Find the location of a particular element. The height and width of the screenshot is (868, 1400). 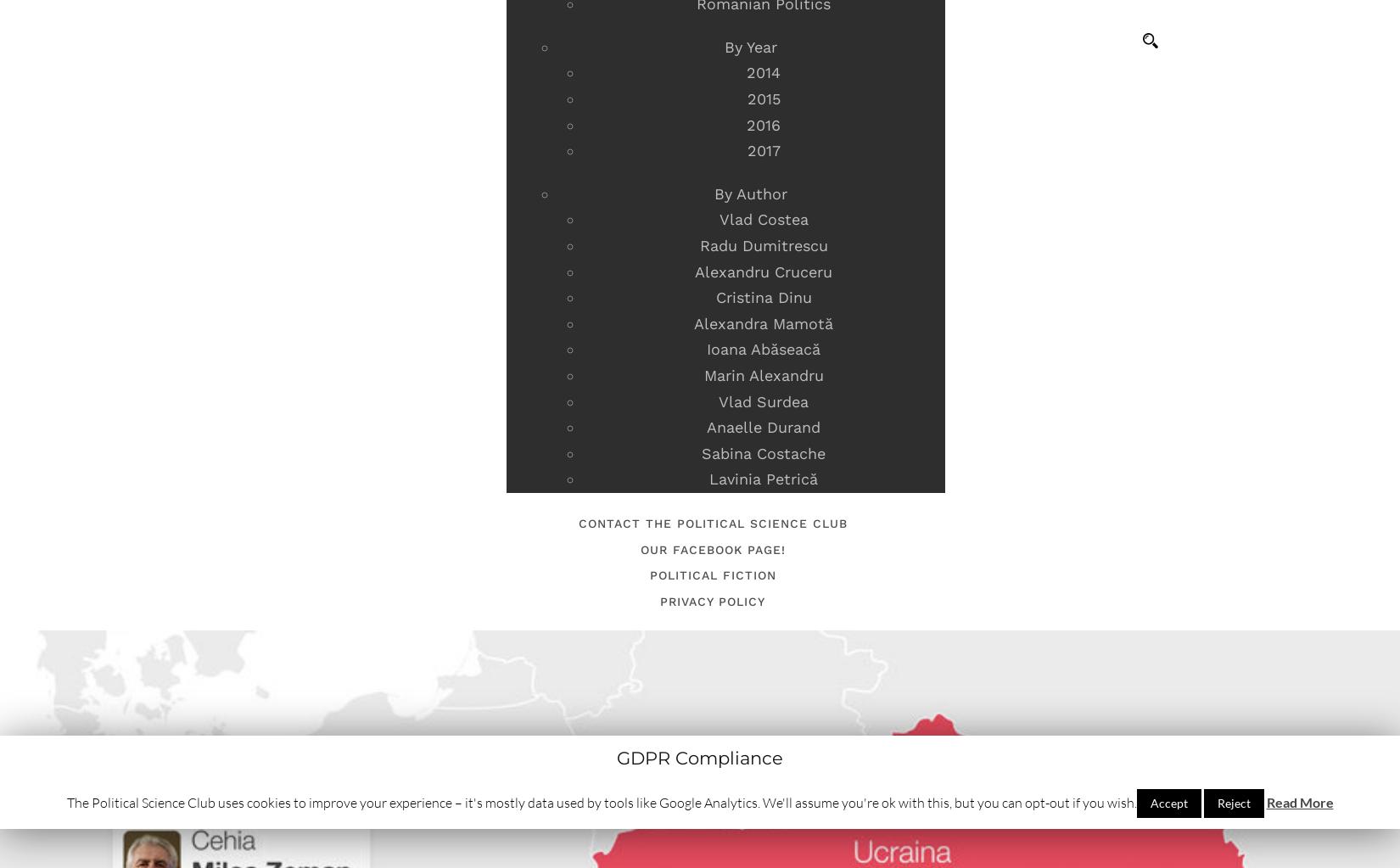

'Political Fiction' is located at coordinates (712, 574).